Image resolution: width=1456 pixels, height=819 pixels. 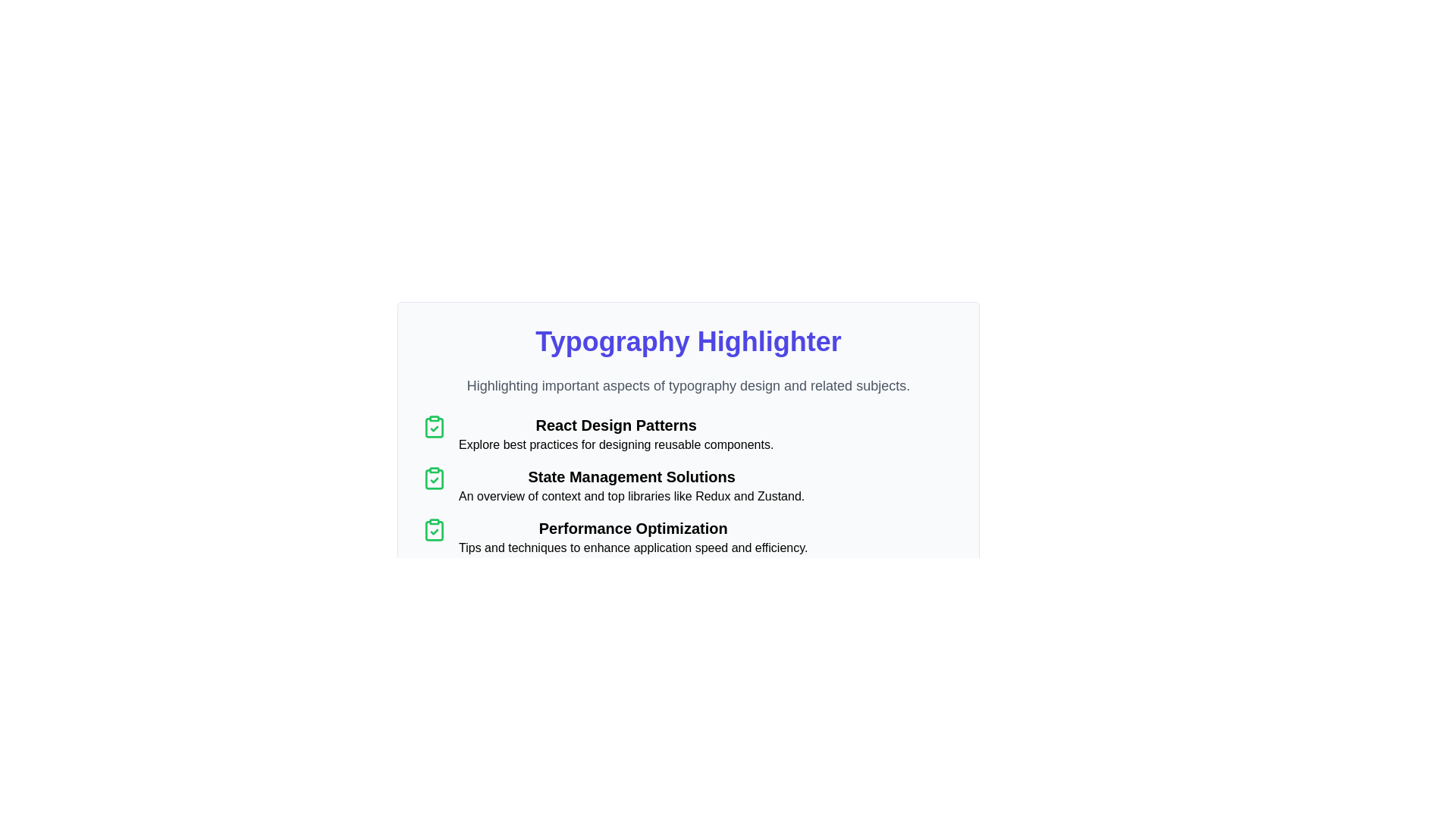 I want to click on the 'React Design Patterns' text block with a clipboard icon, so click(x=687, y=435).